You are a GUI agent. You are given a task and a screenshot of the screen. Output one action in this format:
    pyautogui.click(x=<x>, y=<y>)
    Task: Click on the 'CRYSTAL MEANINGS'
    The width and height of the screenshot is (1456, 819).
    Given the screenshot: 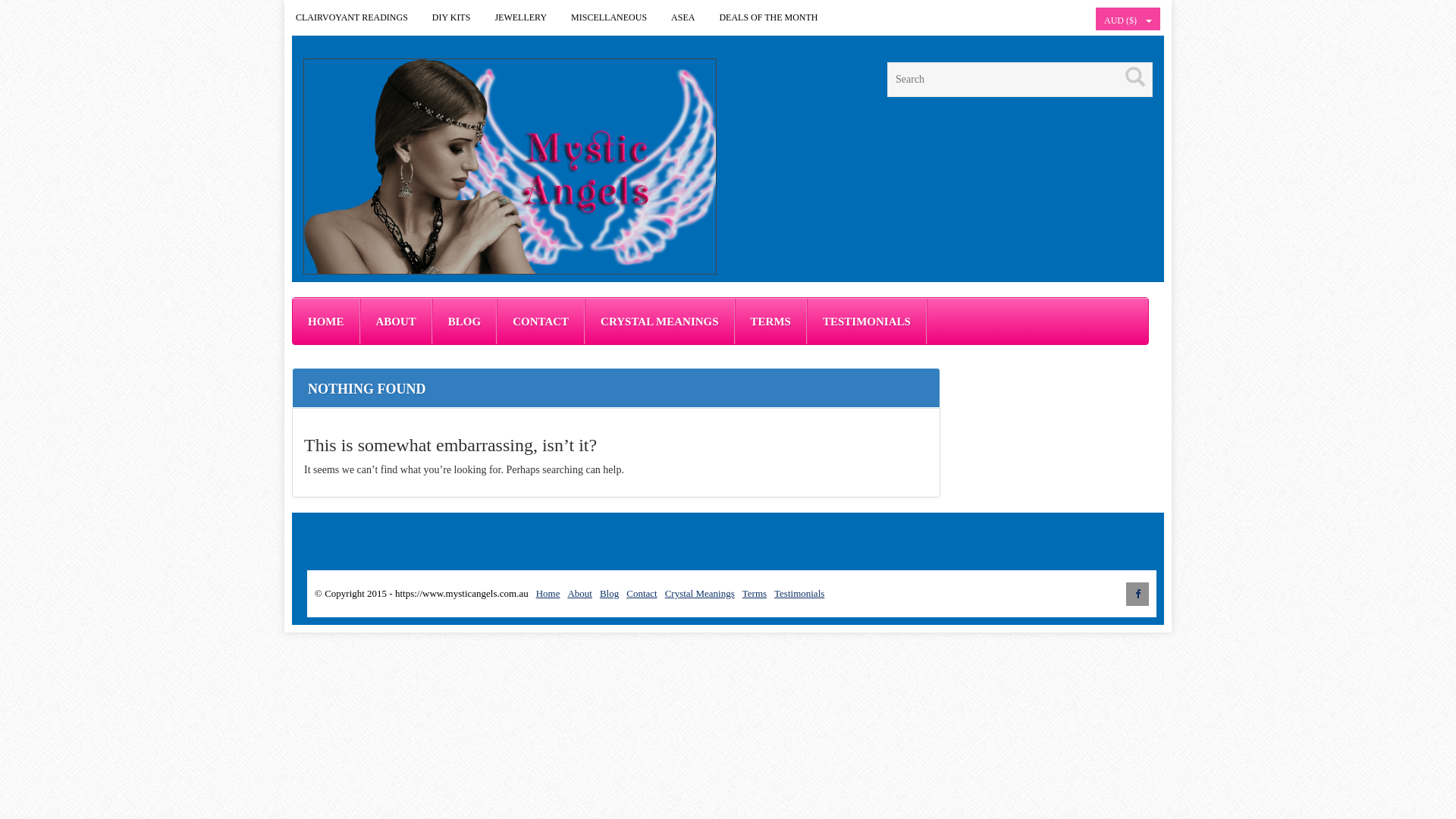 What is the action you would take?
    pyautogui.click(x=659, y=321)
    